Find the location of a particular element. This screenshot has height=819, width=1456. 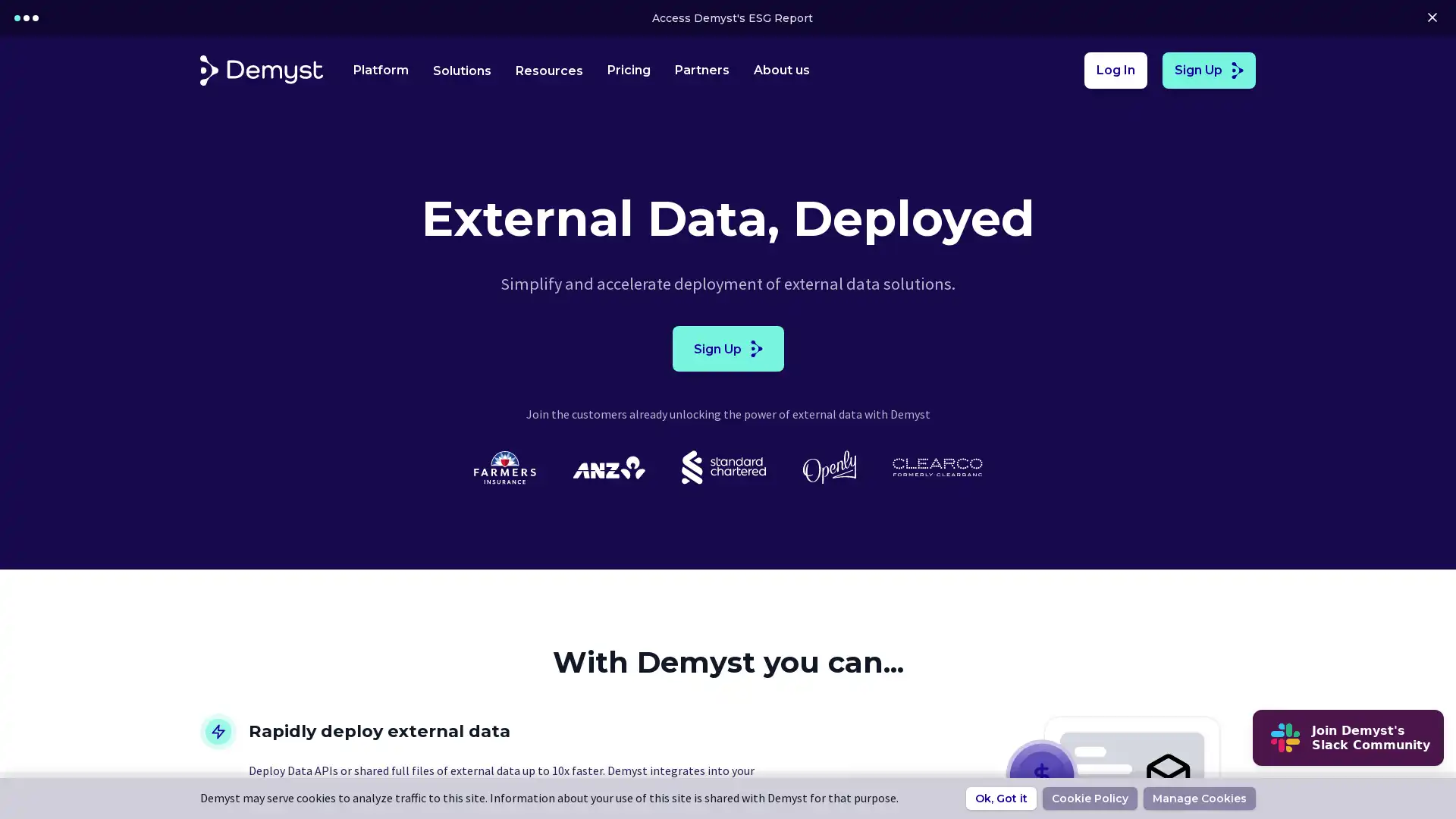

Resources is located at coordinates (548, 70).